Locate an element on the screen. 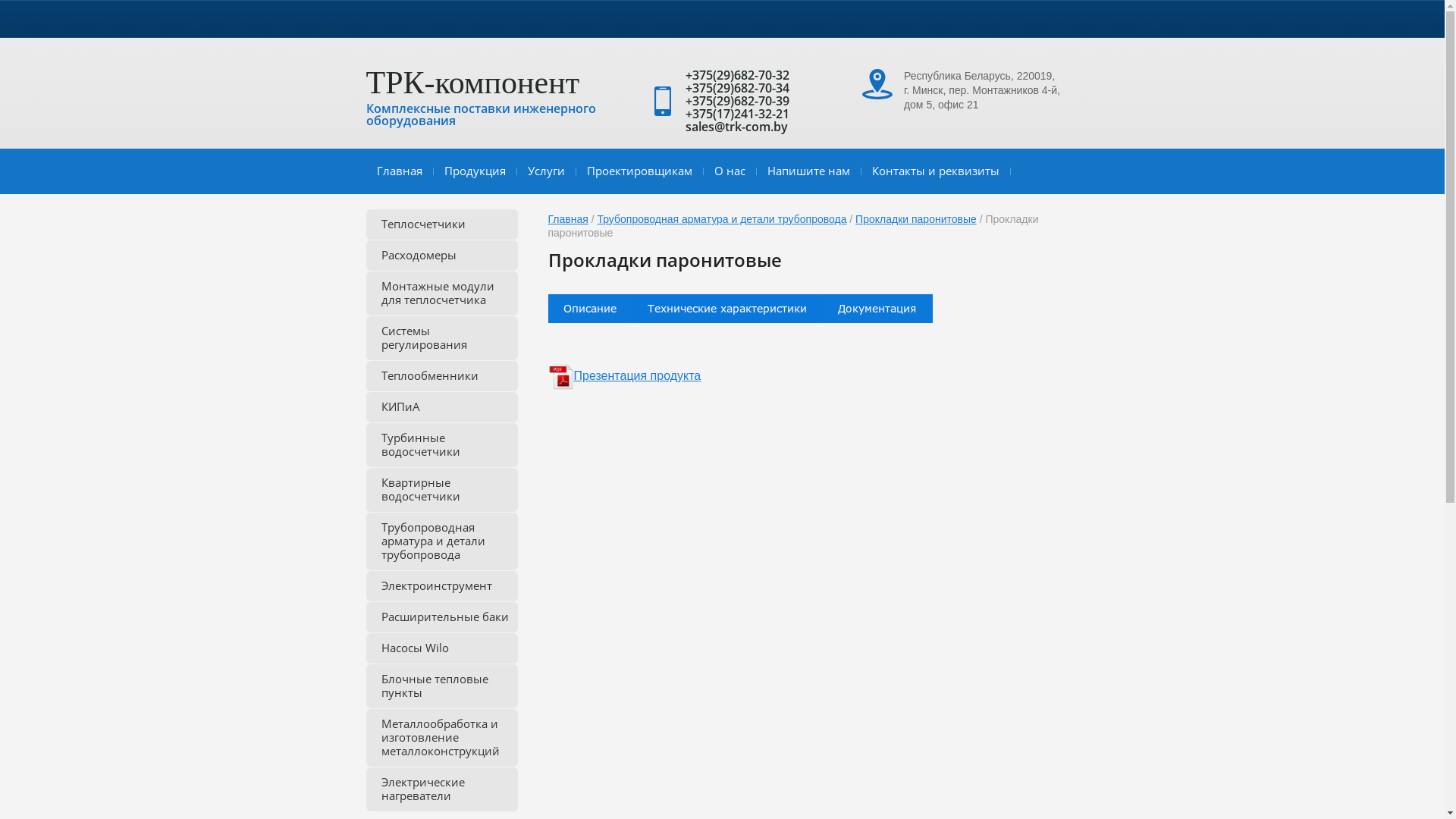 The height and width of the screenshot is (819, 1456). '+375(17)241-32-21' is located at coordinates (737, 113).